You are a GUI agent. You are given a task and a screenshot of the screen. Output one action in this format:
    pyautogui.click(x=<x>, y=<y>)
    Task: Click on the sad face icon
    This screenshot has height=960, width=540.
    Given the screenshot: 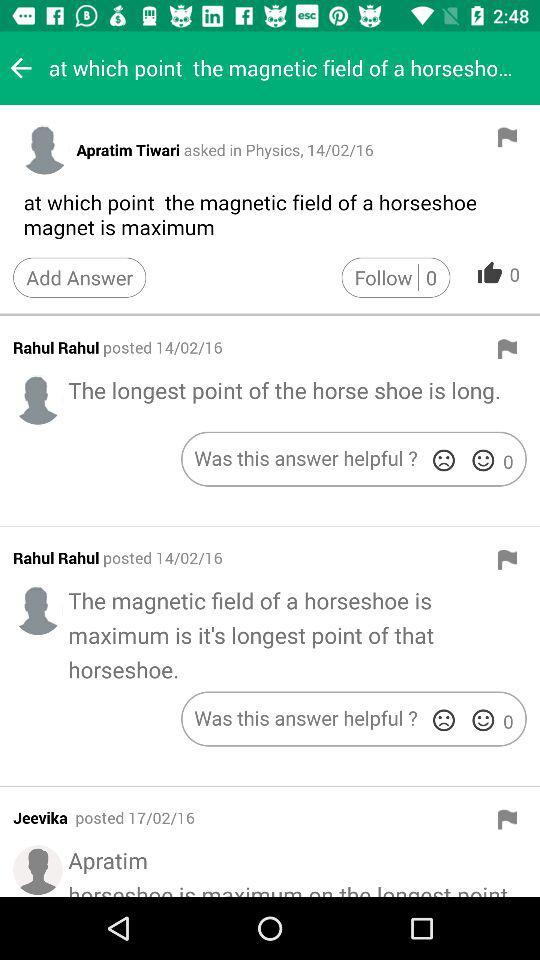 What is the action you would take?
    pyautogui.click(x=443, y=460)
    